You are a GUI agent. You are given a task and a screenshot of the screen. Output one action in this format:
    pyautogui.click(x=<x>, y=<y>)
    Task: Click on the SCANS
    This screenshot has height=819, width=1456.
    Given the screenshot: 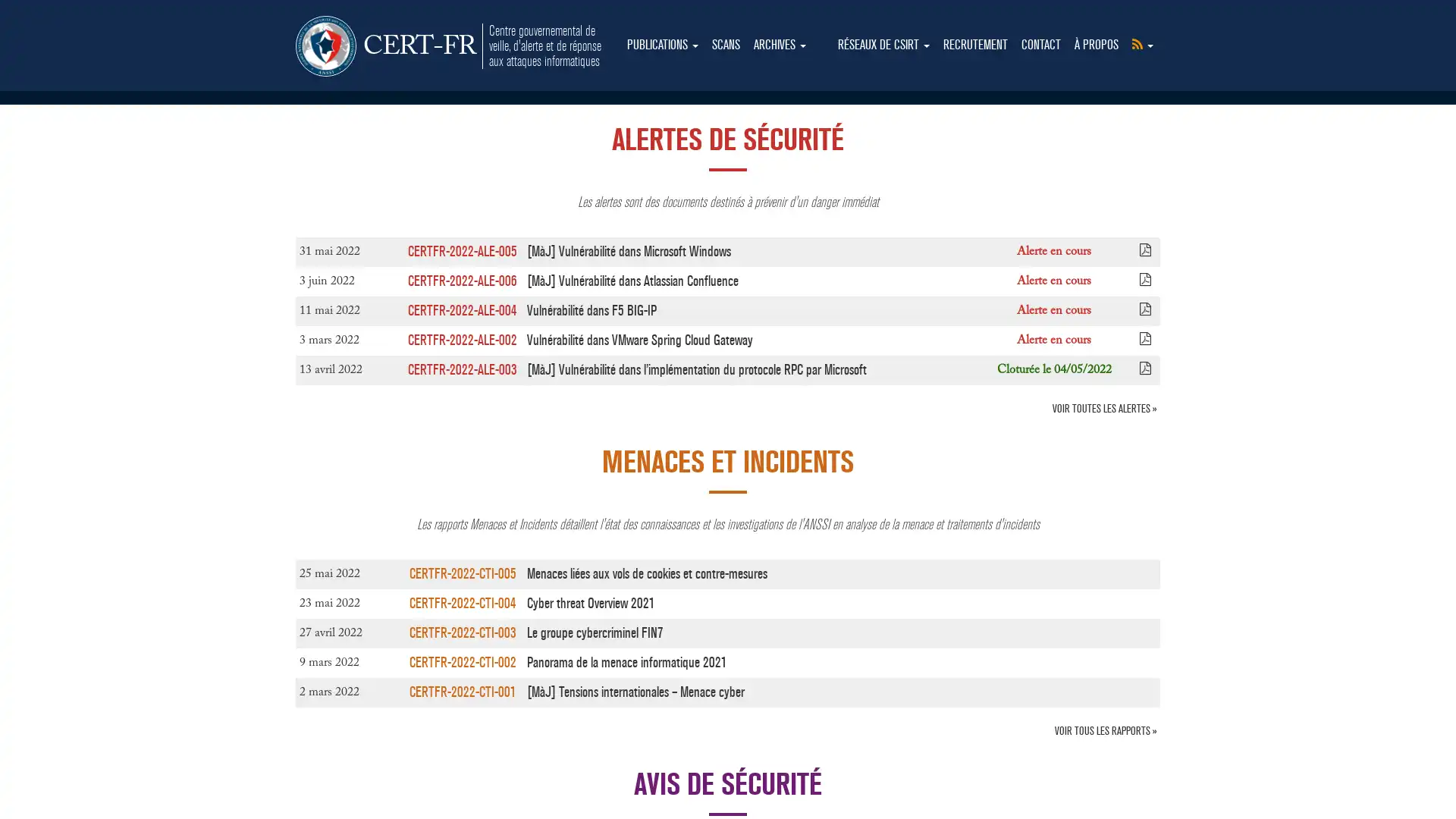 What is the action you would take?
    pyautogui.click(x=725, y=45)
    